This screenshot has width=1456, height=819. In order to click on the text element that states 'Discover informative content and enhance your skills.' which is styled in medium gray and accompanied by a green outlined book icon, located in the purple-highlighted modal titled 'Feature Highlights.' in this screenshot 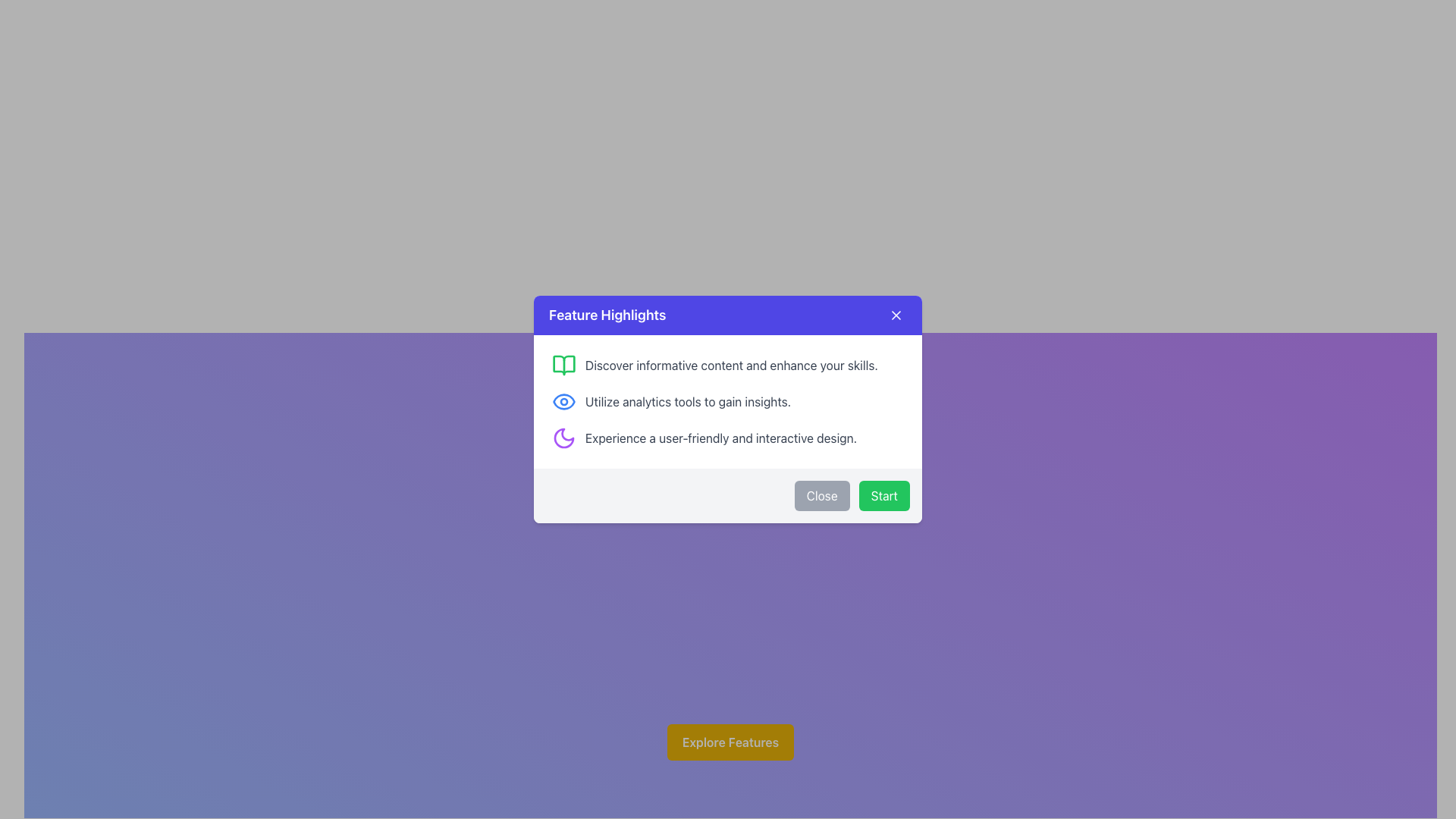, I will do `click(728, 366)`.